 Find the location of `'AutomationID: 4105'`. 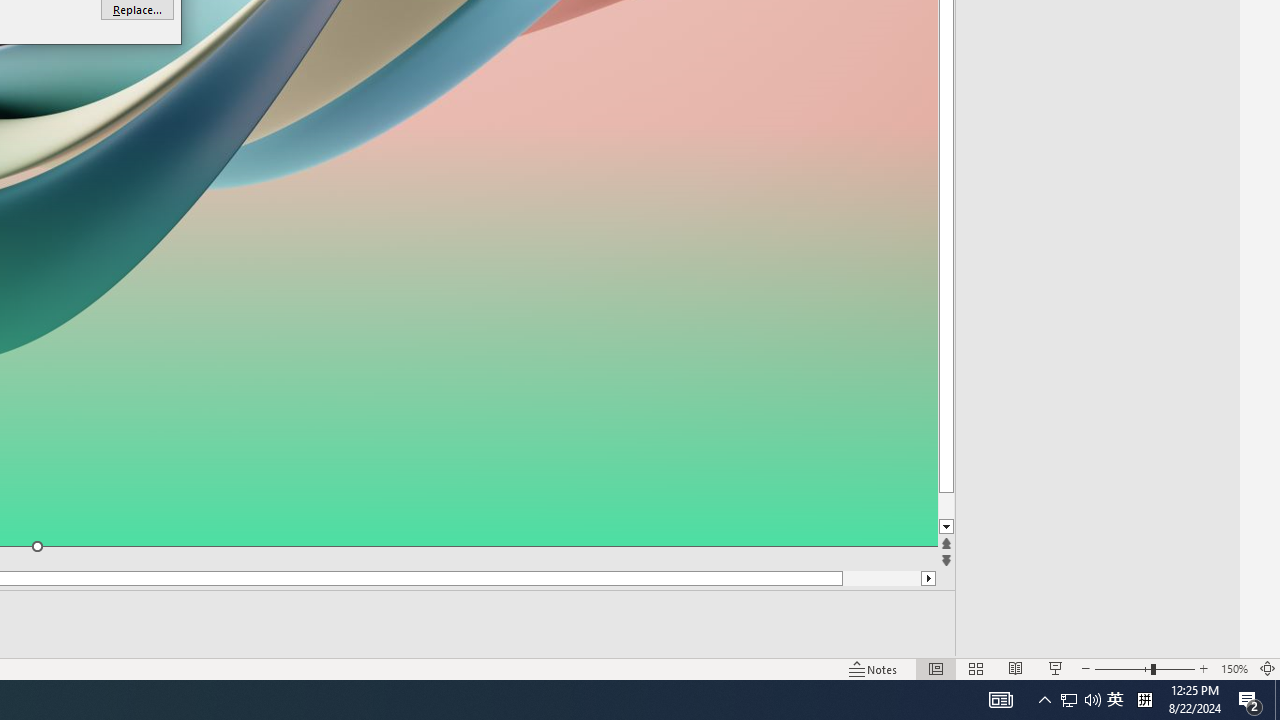

'AutomationID: 4105' is located at coordinates (1000, 698).